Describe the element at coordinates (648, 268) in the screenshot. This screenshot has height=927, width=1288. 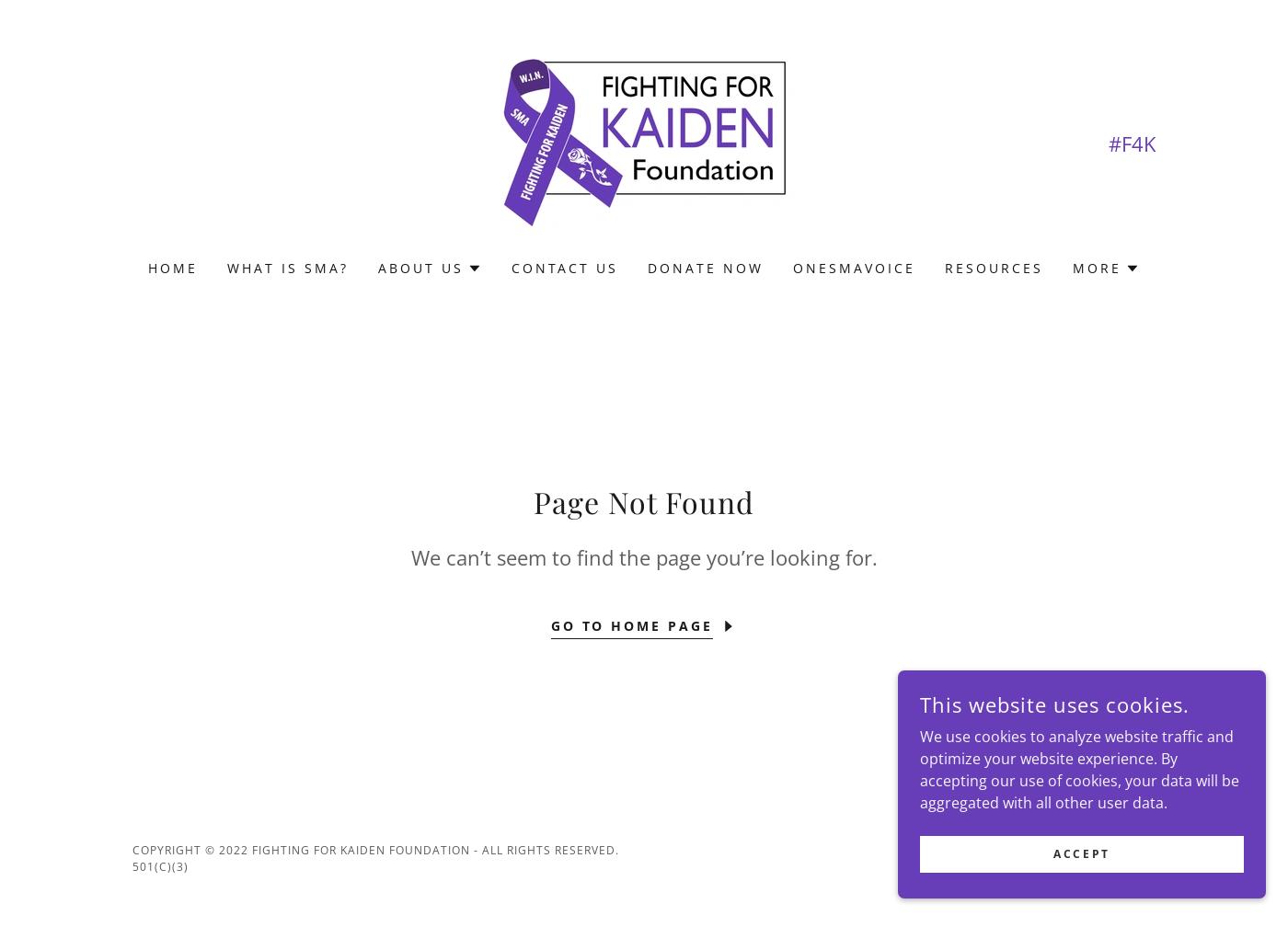
I see `'Donate Now'` at that location.